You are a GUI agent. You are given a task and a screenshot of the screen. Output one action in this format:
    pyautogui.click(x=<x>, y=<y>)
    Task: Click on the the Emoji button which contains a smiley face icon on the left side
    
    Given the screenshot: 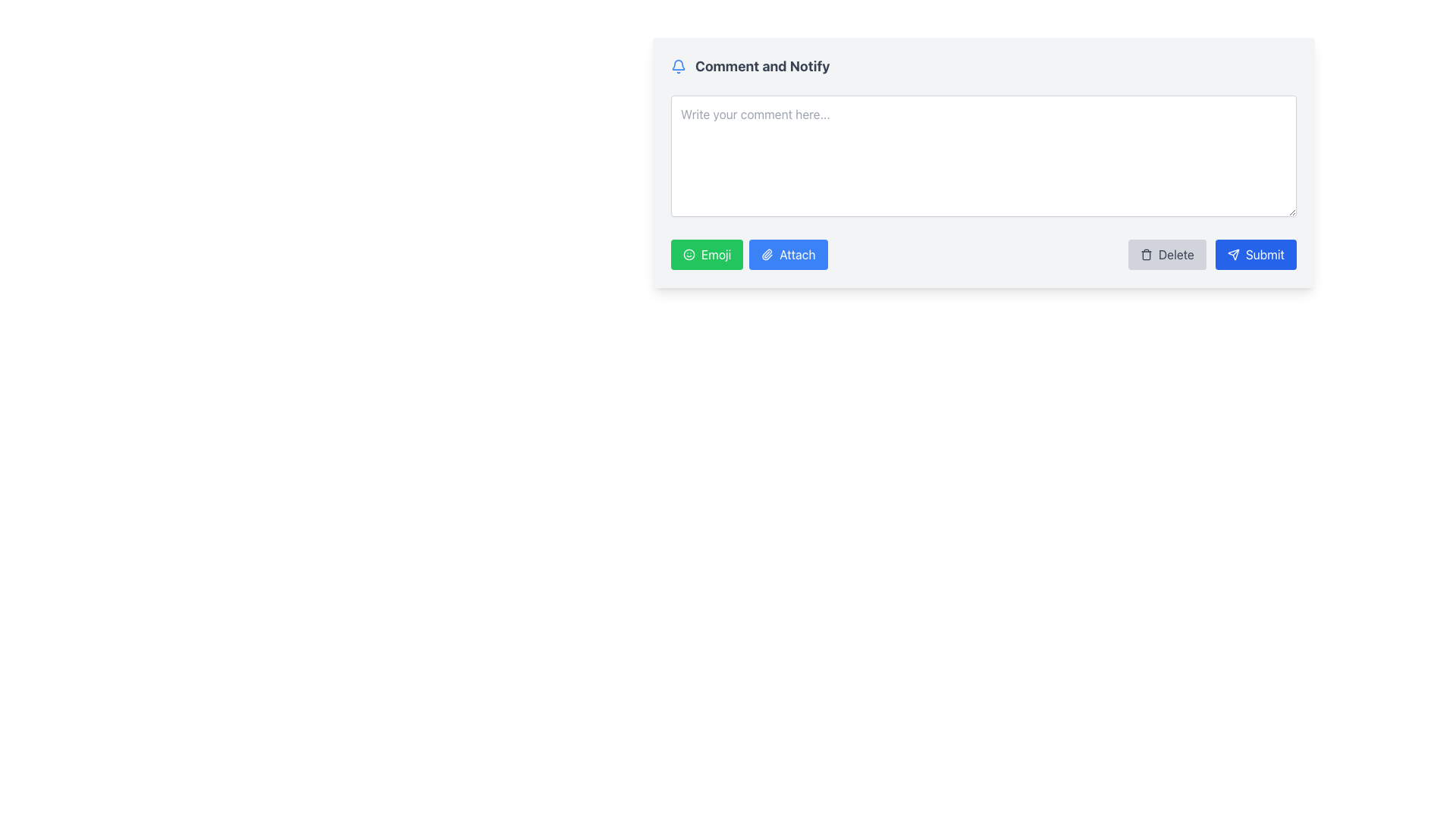 What is the action you would take?
    pyautogui.click(x=688, y=253)
    